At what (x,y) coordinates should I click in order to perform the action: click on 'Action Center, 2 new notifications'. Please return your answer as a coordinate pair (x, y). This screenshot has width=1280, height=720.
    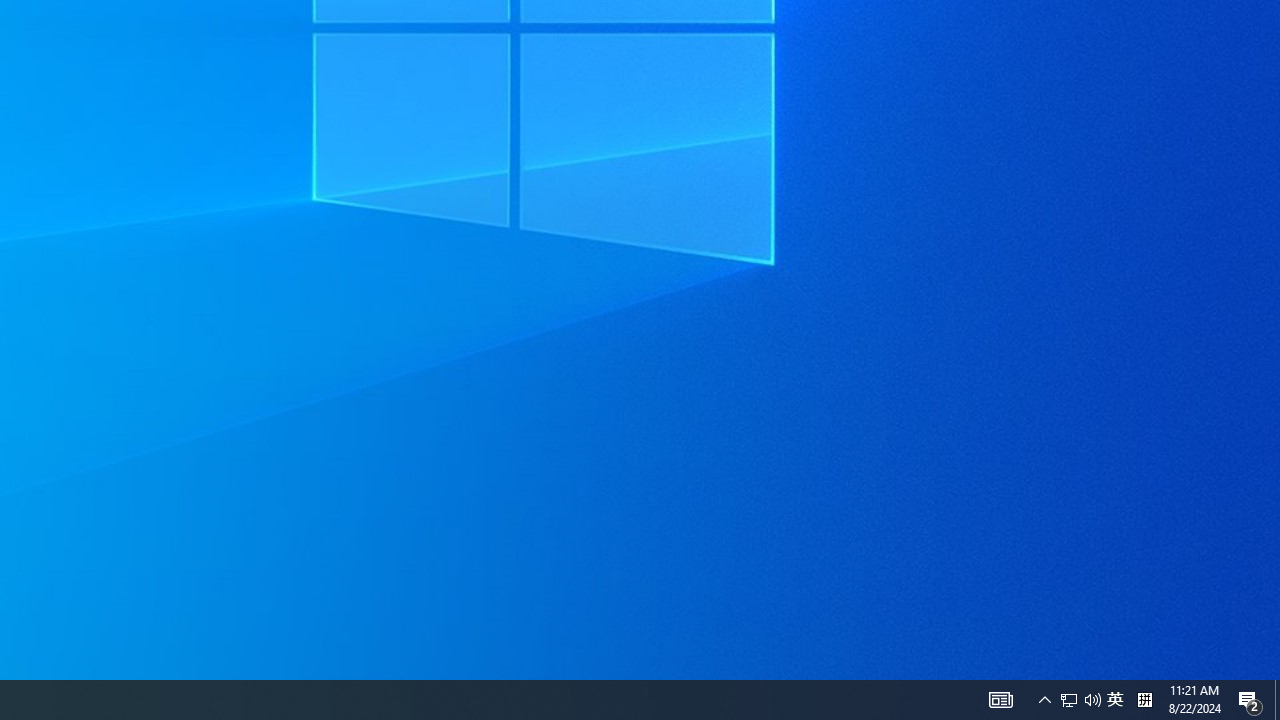
    Looking at the image, I should click on (1276, 698).